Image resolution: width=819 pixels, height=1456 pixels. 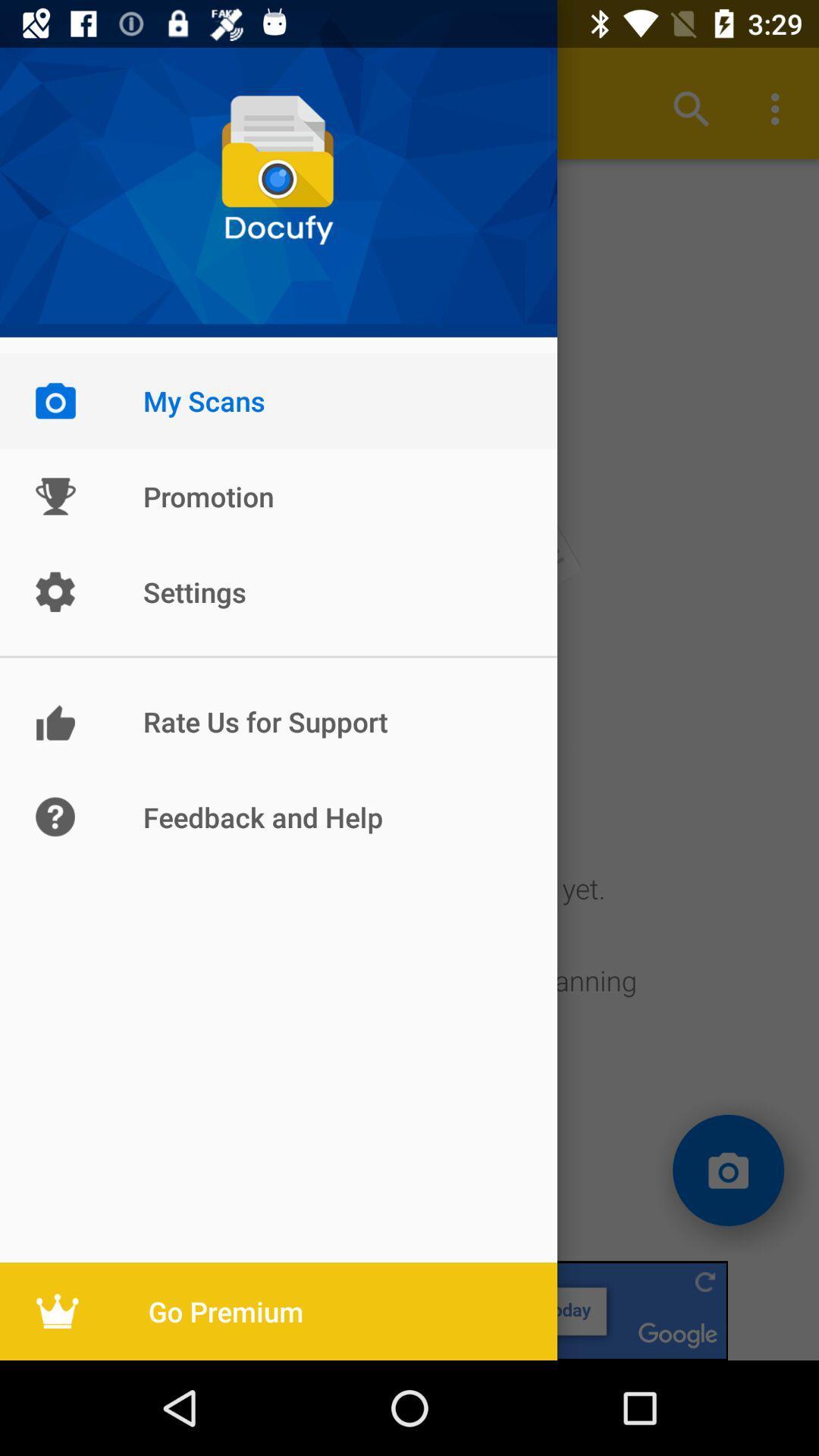 I want to click on camera button which is at bottom right corner of page, so click(x=727, y=1170).